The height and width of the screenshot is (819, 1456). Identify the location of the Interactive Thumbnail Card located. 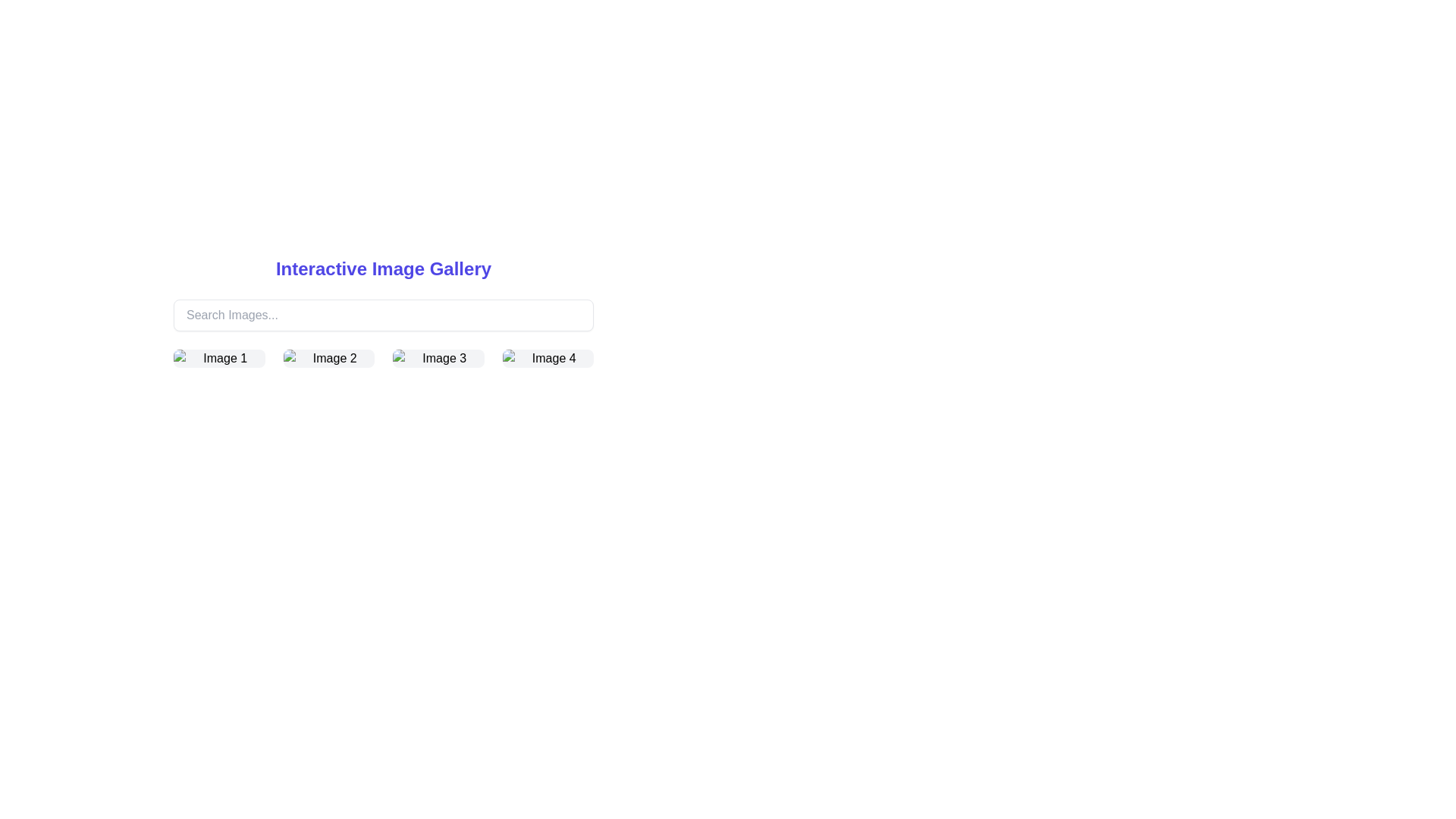
(218, 359).